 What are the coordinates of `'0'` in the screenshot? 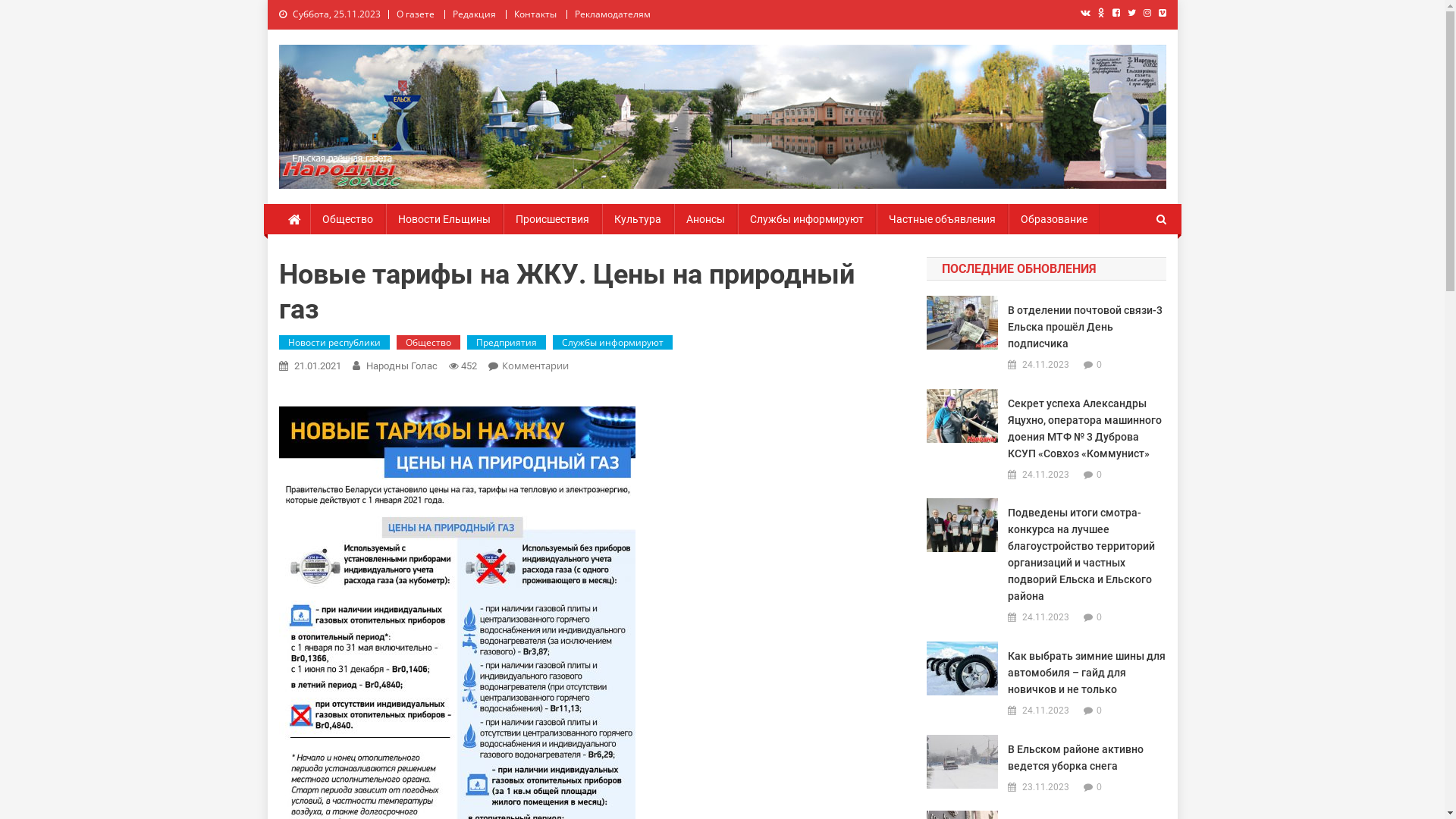 It's located at (1096, 711).